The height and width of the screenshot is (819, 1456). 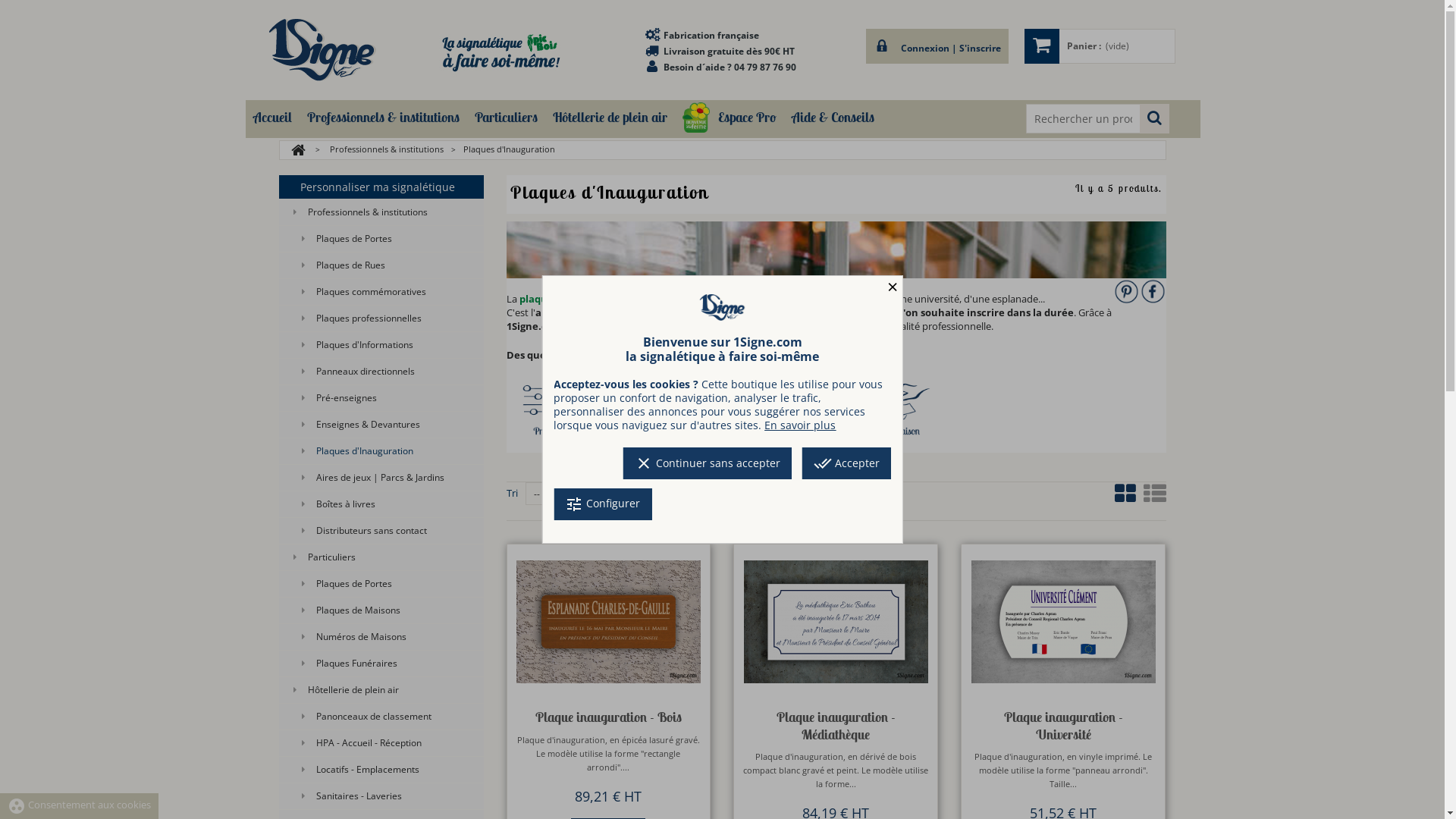 I want to click on 'tune Configurer', so click(x=601, y=504).